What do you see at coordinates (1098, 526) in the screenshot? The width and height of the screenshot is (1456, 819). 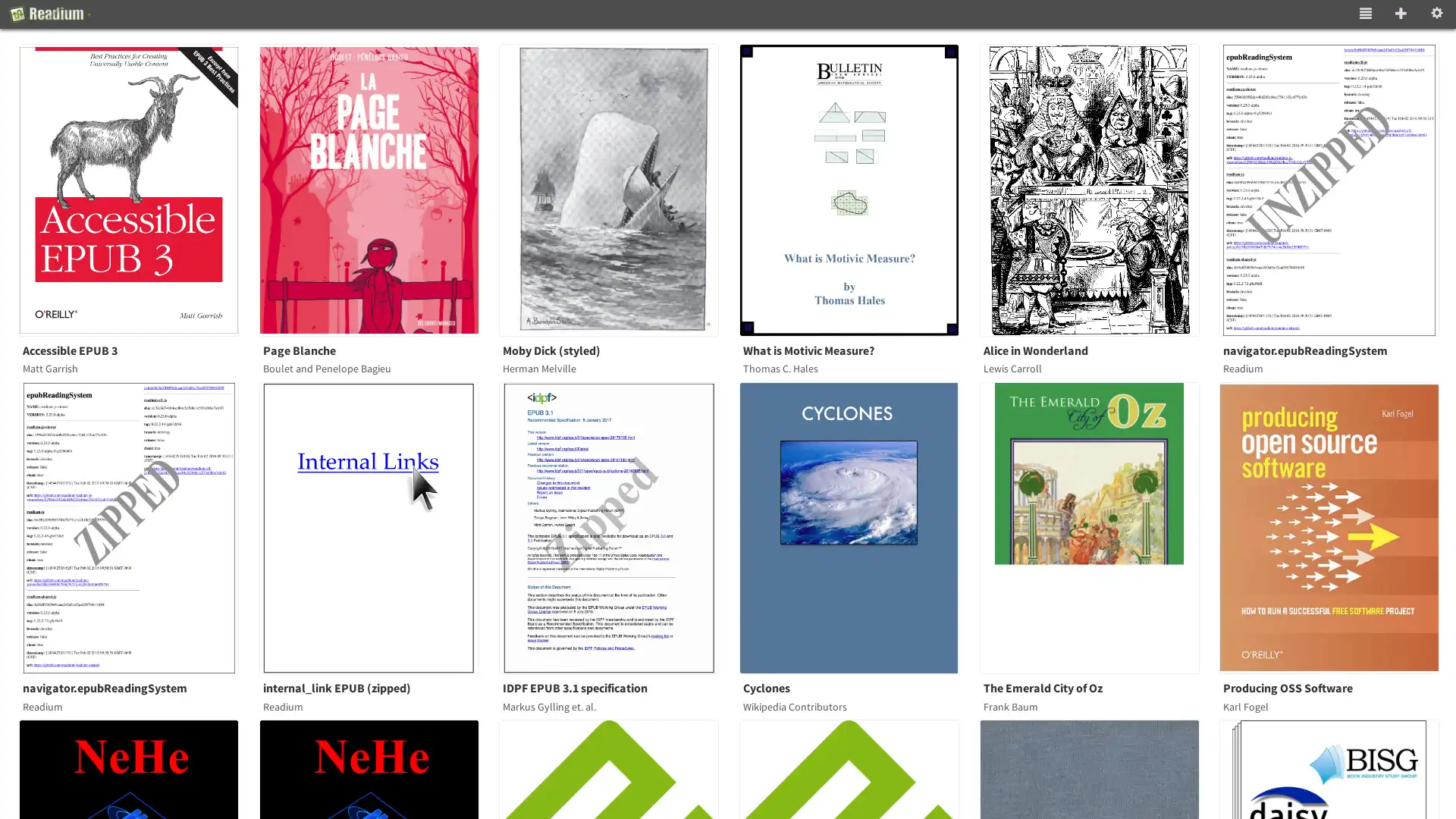 I see `(11) The Emerald City of Oz` at bounding box center [1098, 526].